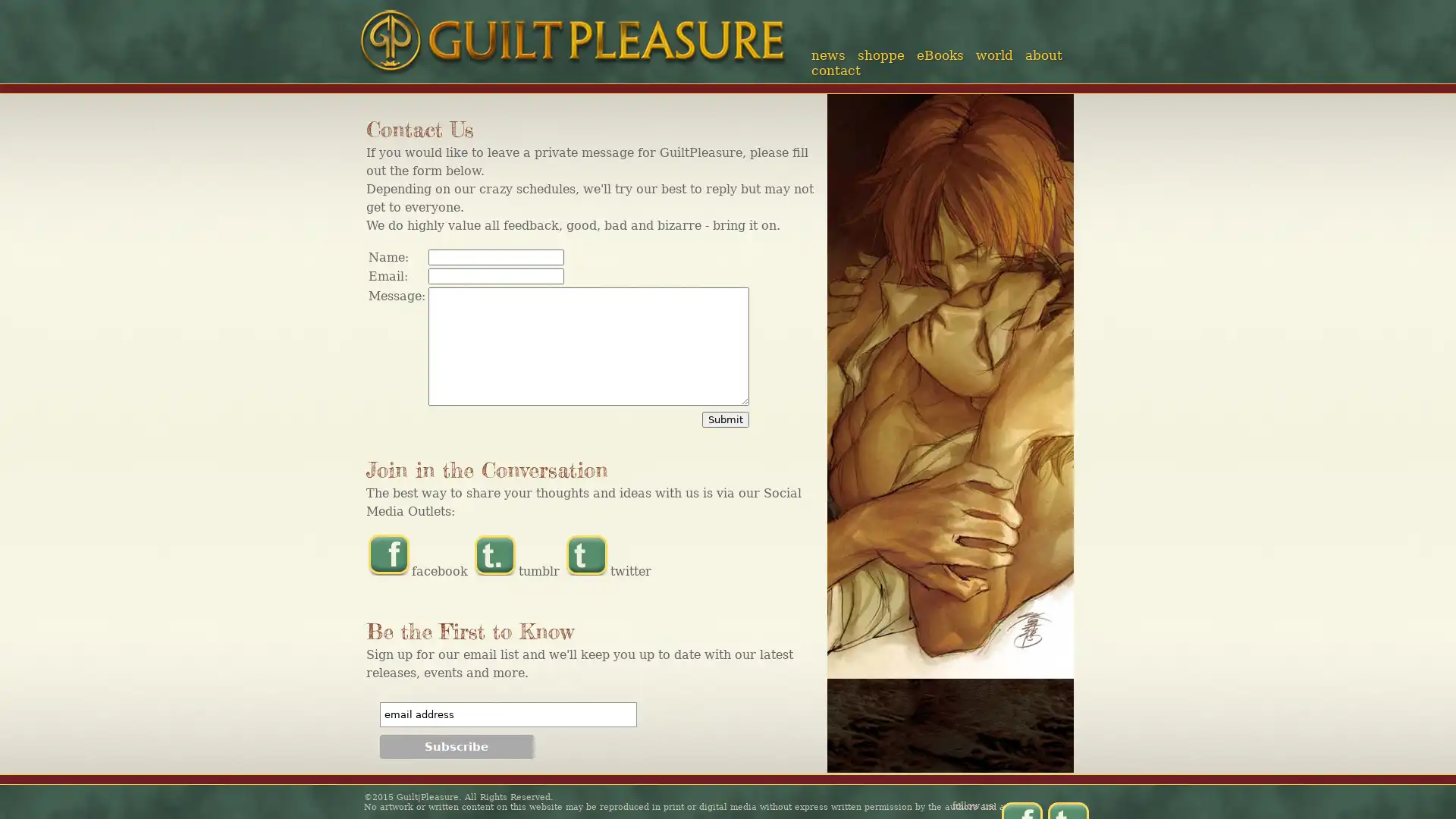 Image resolution: width=1456 pixels, height=819 pixels. Describe the element at coordinates (455, 745) in the screenshot. I see `Subscribe` at that location.